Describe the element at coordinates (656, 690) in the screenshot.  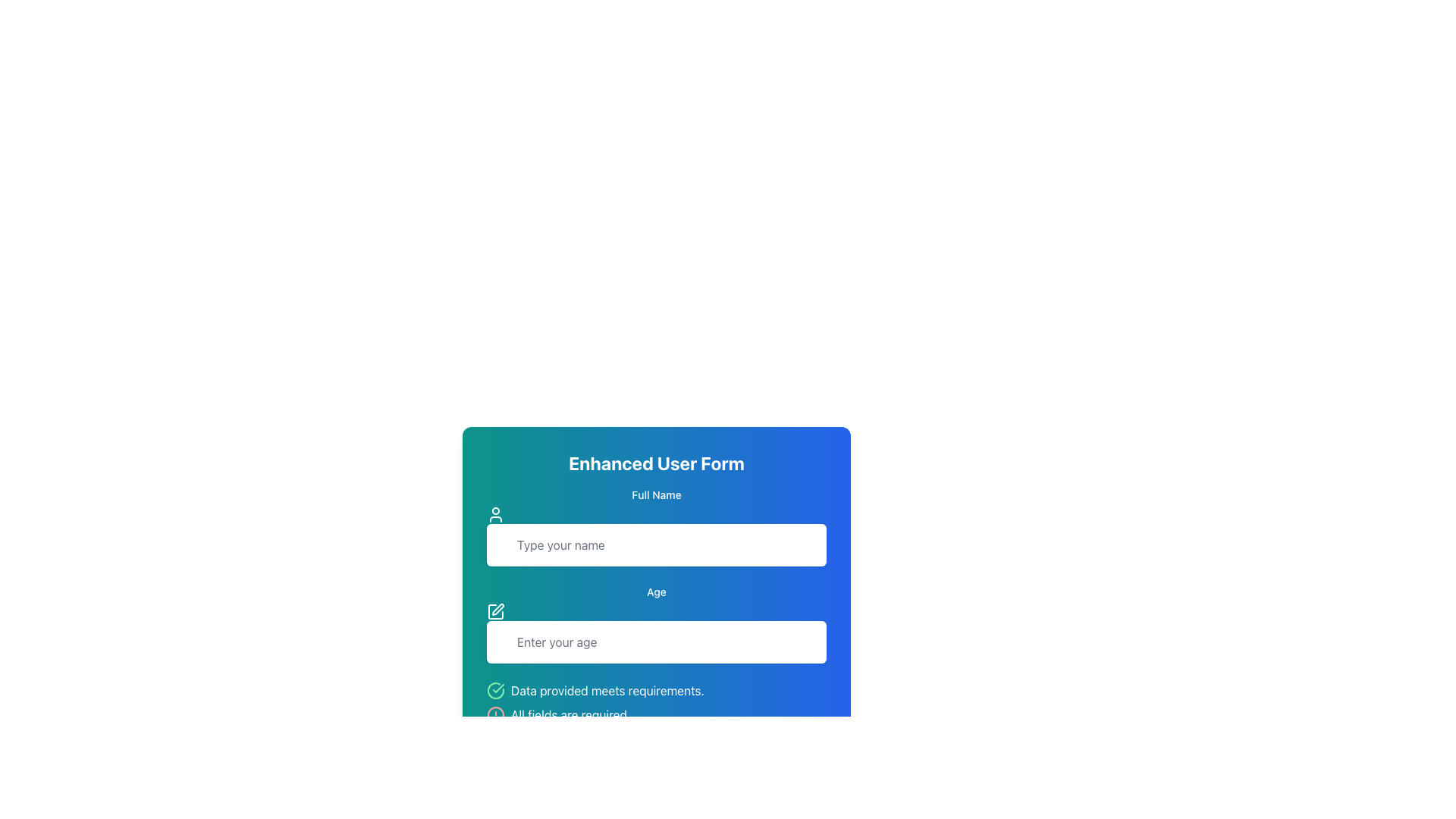
I see `Notification Label that indicates the data provided meets necessary conditions, located below the 'Full Name' and 'Age' inputs and above the 'All fields are required' message` at that location.